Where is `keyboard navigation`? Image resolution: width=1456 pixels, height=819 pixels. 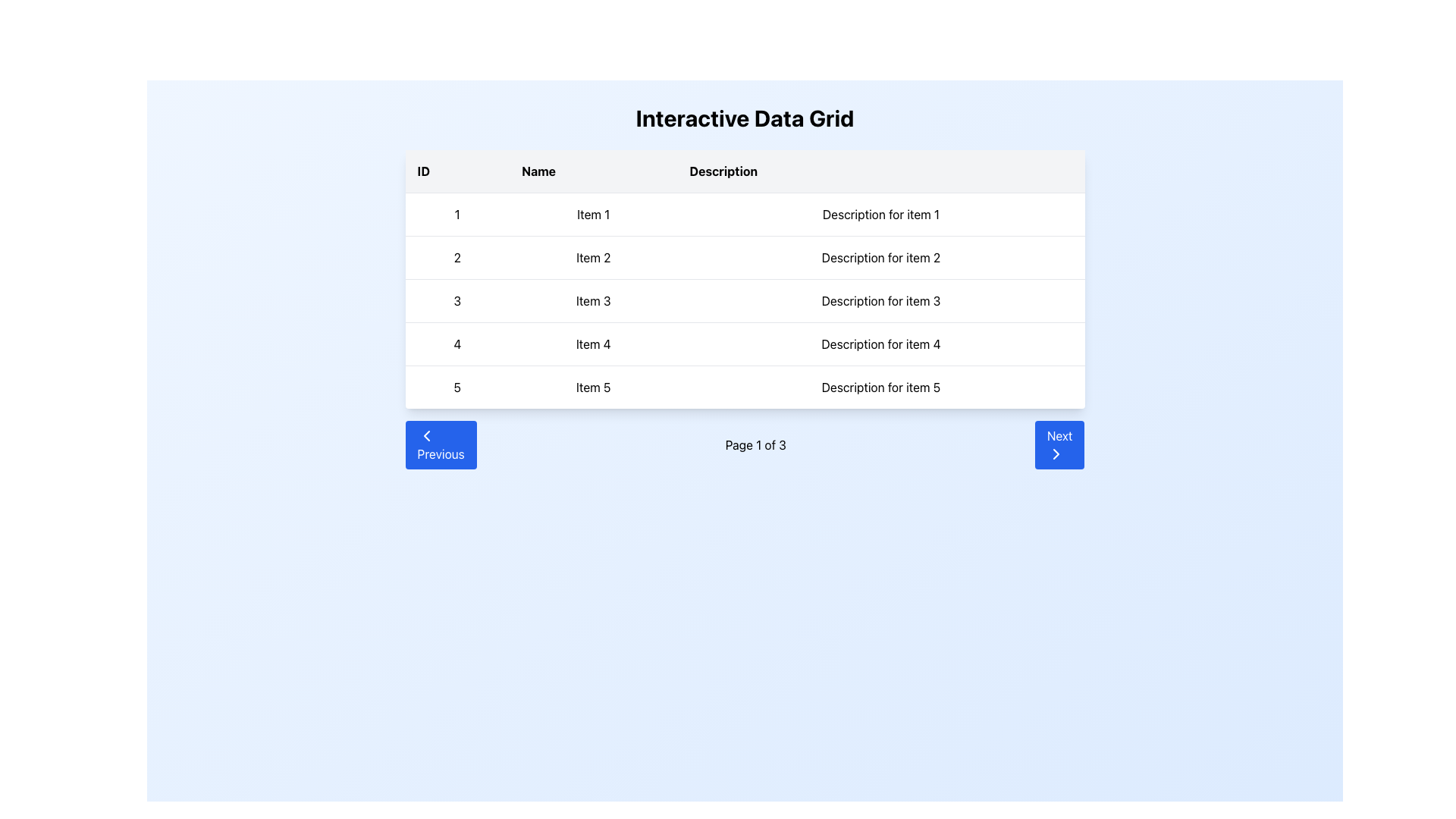 keyboard navigation is located at coordinates (745, 309).